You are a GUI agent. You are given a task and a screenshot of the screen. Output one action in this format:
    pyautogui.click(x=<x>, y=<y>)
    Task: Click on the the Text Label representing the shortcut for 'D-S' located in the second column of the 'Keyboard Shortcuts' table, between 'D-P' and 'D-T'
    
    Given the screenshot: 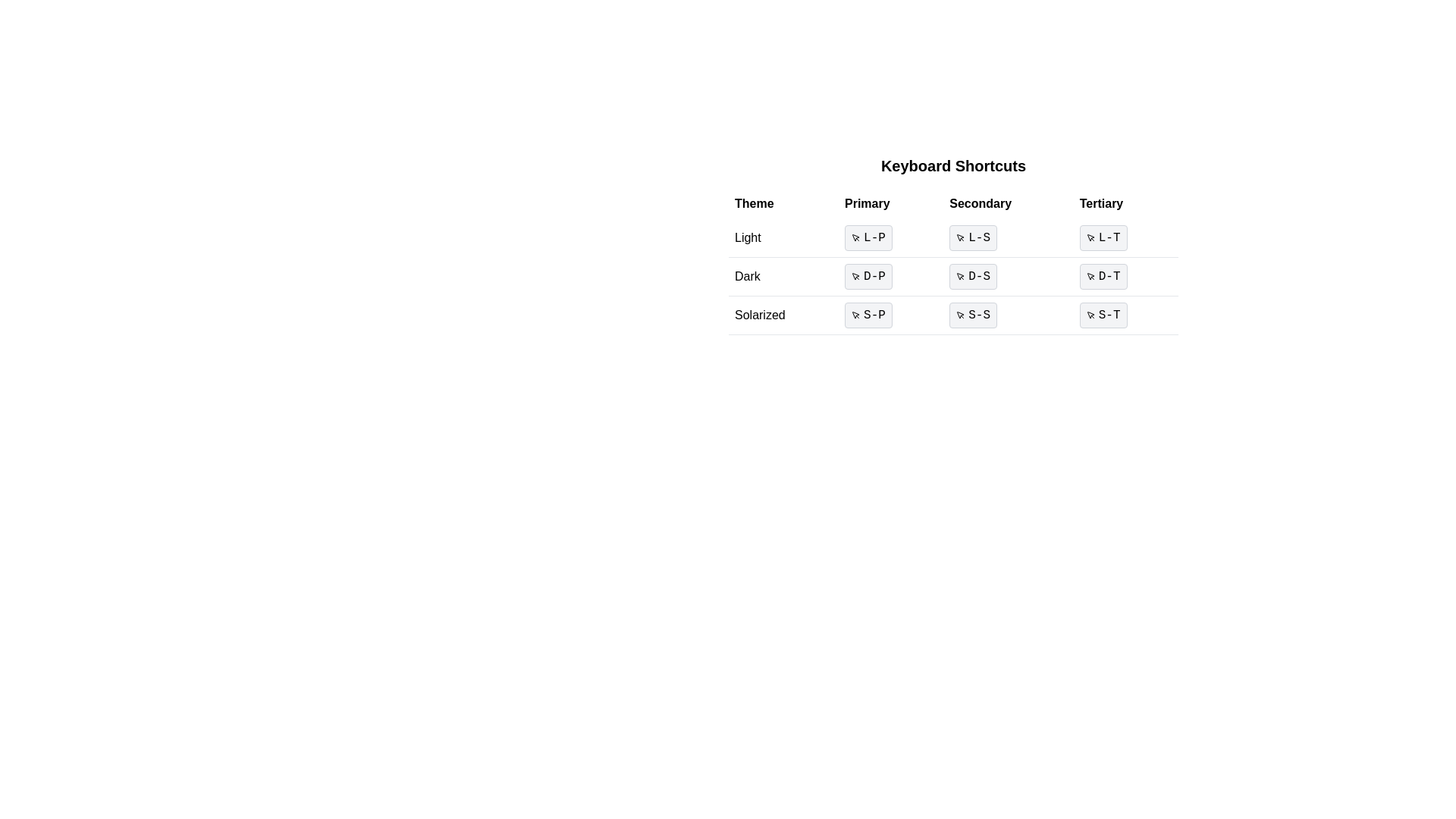 What is the action you would take?
    pyautogui.click(x=979, y=277)
    